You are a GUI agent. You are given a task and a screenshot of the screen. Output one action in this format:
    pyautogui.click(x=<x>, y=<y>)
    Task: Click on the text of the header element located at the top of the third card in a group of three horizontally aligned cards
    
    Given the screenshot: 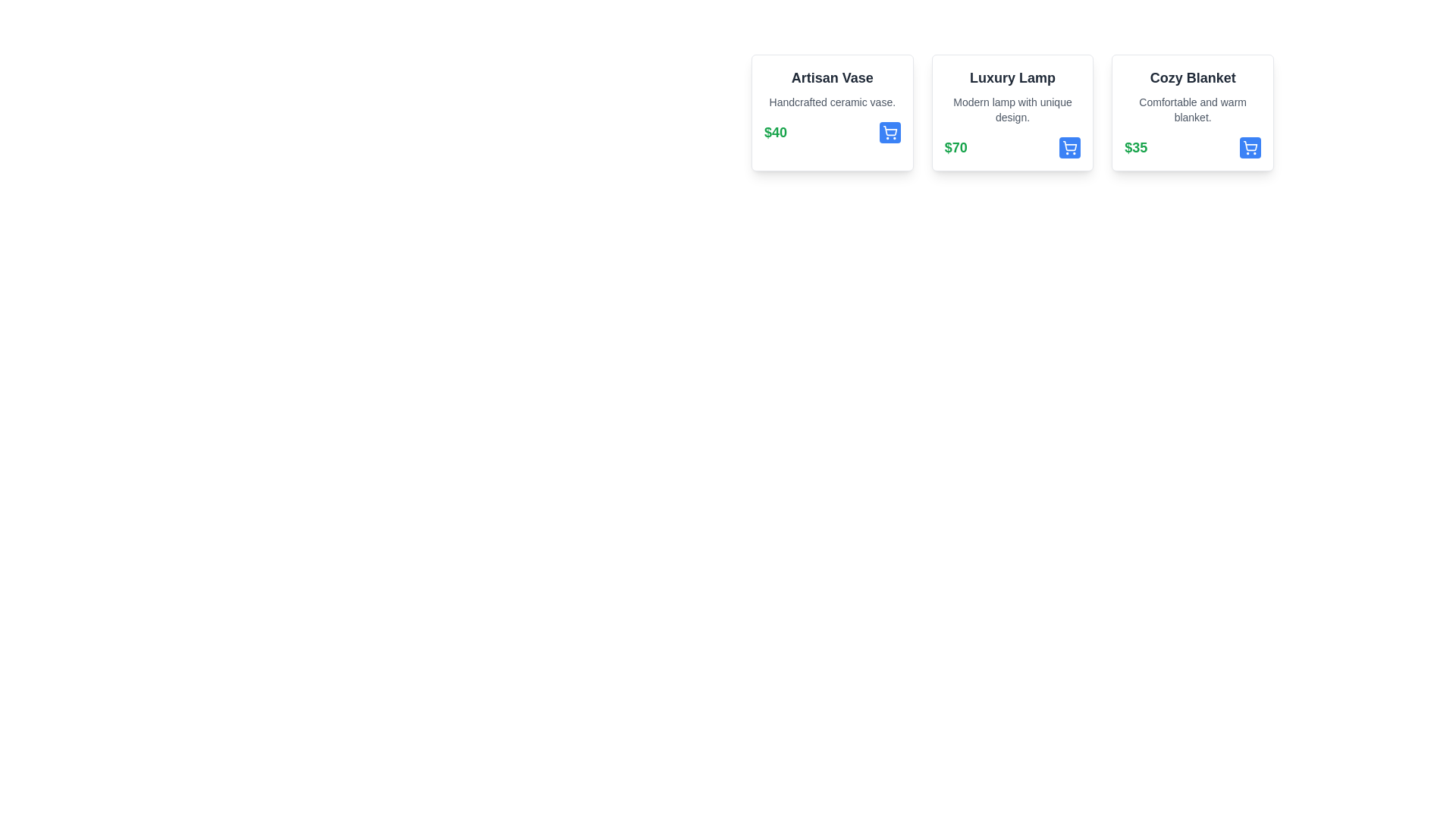 What is the action you would take?
    pyautogui.click(x=1192, y=78)
    